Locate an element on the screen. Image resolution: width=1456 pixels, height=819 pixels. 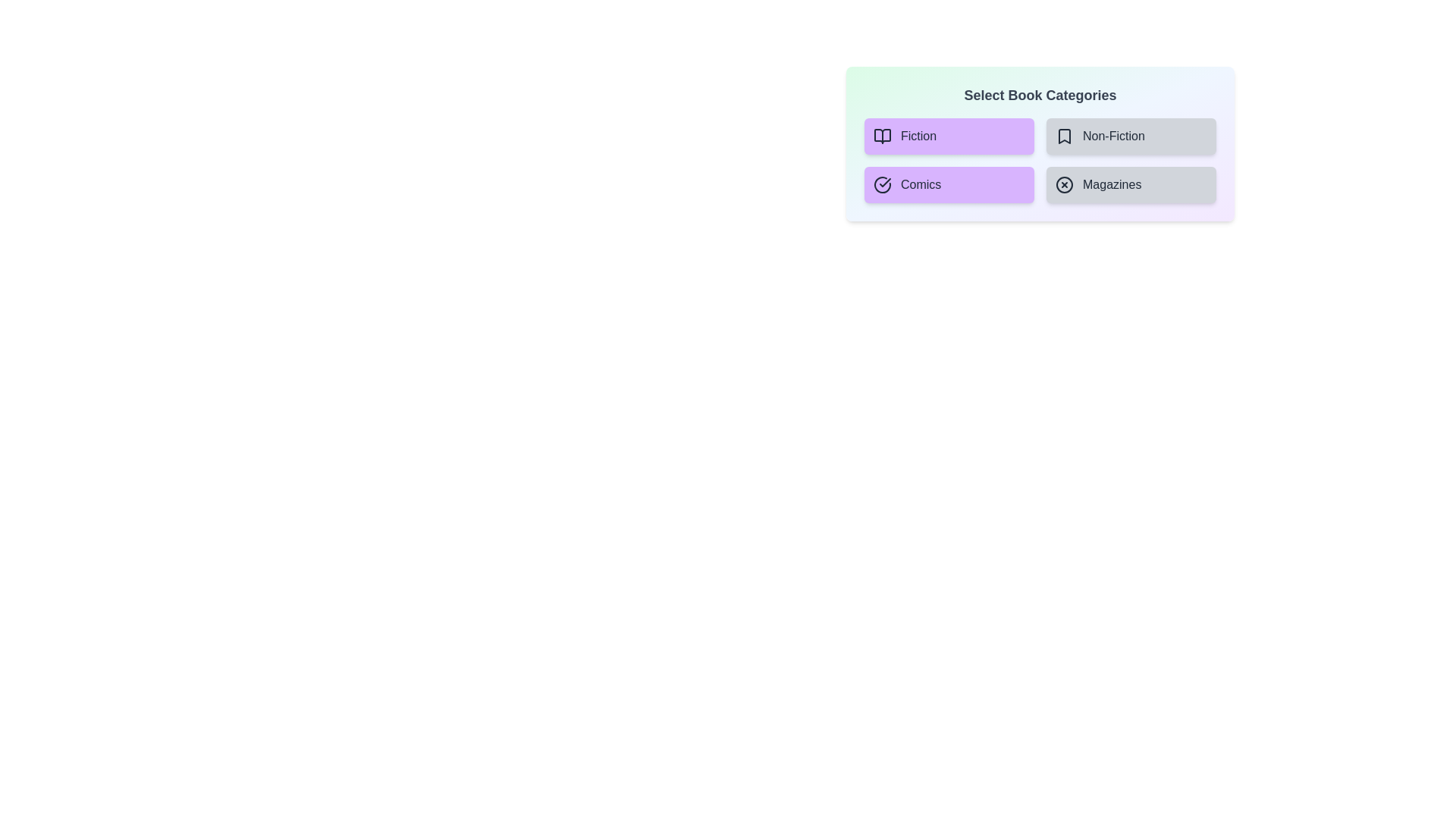
the category Non-Fiction is located at coordinates (1131, 136).